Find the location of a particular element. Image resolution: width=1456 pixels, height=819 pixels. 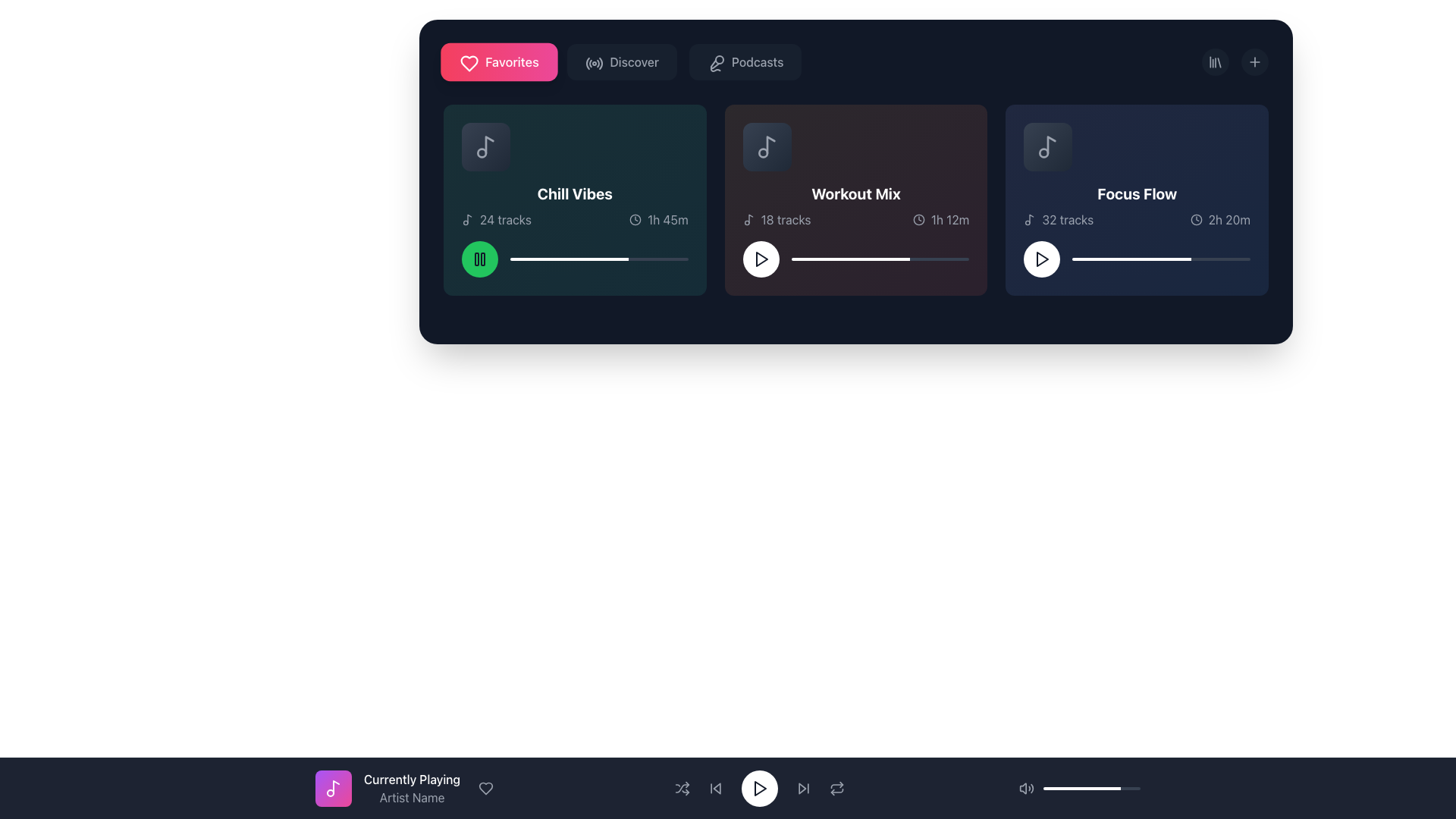

the button located in the top-right section of the central display area, which serves as a shortcut to a library or similar functionality is located at coordinates (1216, 61).